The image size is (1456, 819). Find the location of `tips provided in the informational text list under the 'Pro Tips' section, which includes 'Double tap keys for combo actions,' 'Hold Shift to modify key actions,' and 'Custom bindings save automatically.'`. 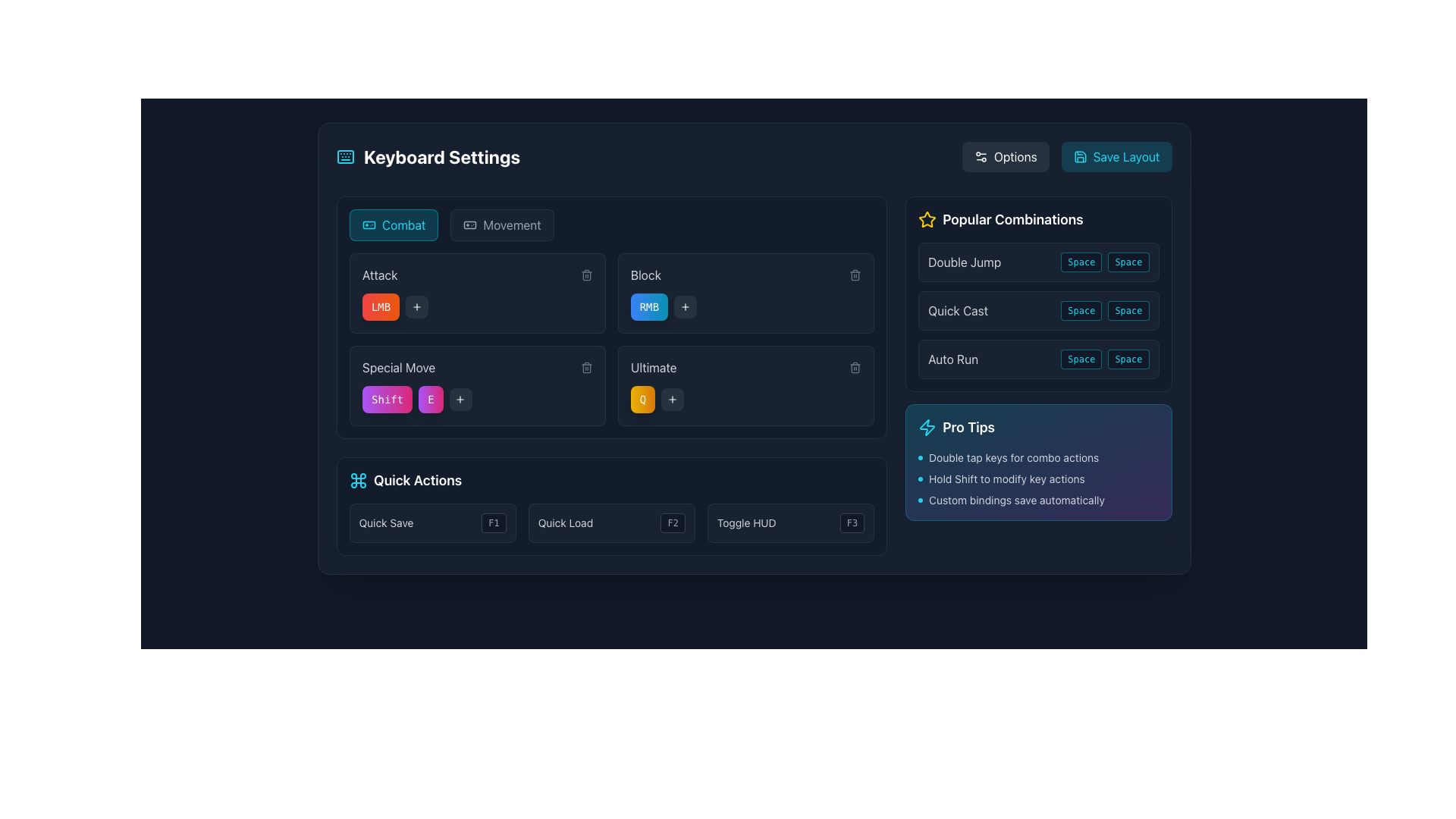

tips provided in the informational text list under the 'Pro Tips' section, which includes 'Double tap keys for combo actions,' 'Hold Shift to modify key actions,' and 'Custom bindings save automatically.' is located at coordinates (1037, 479).